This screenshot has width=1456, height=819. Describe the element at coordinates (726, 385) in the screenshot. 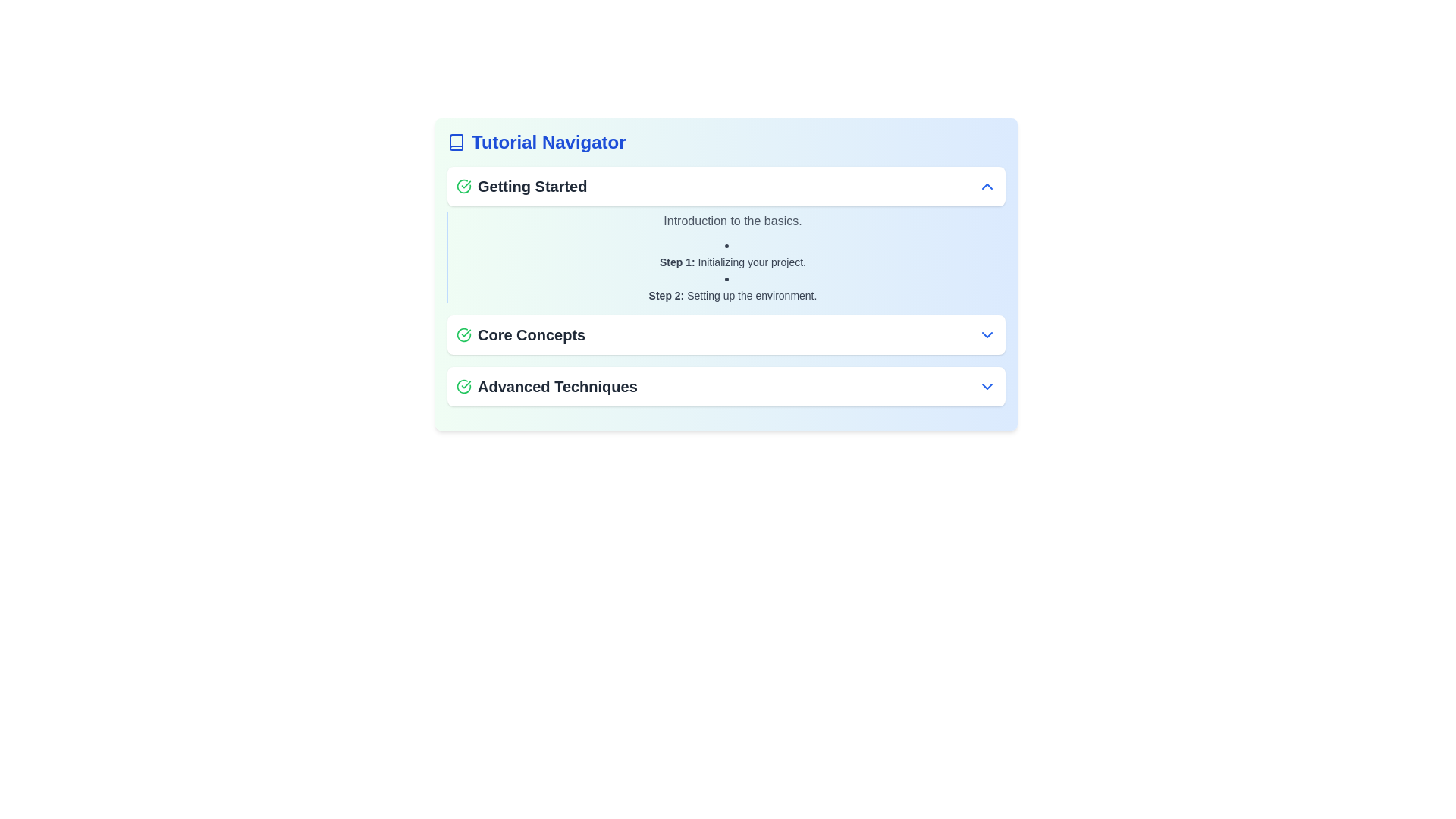

I see `the third item` at that location.